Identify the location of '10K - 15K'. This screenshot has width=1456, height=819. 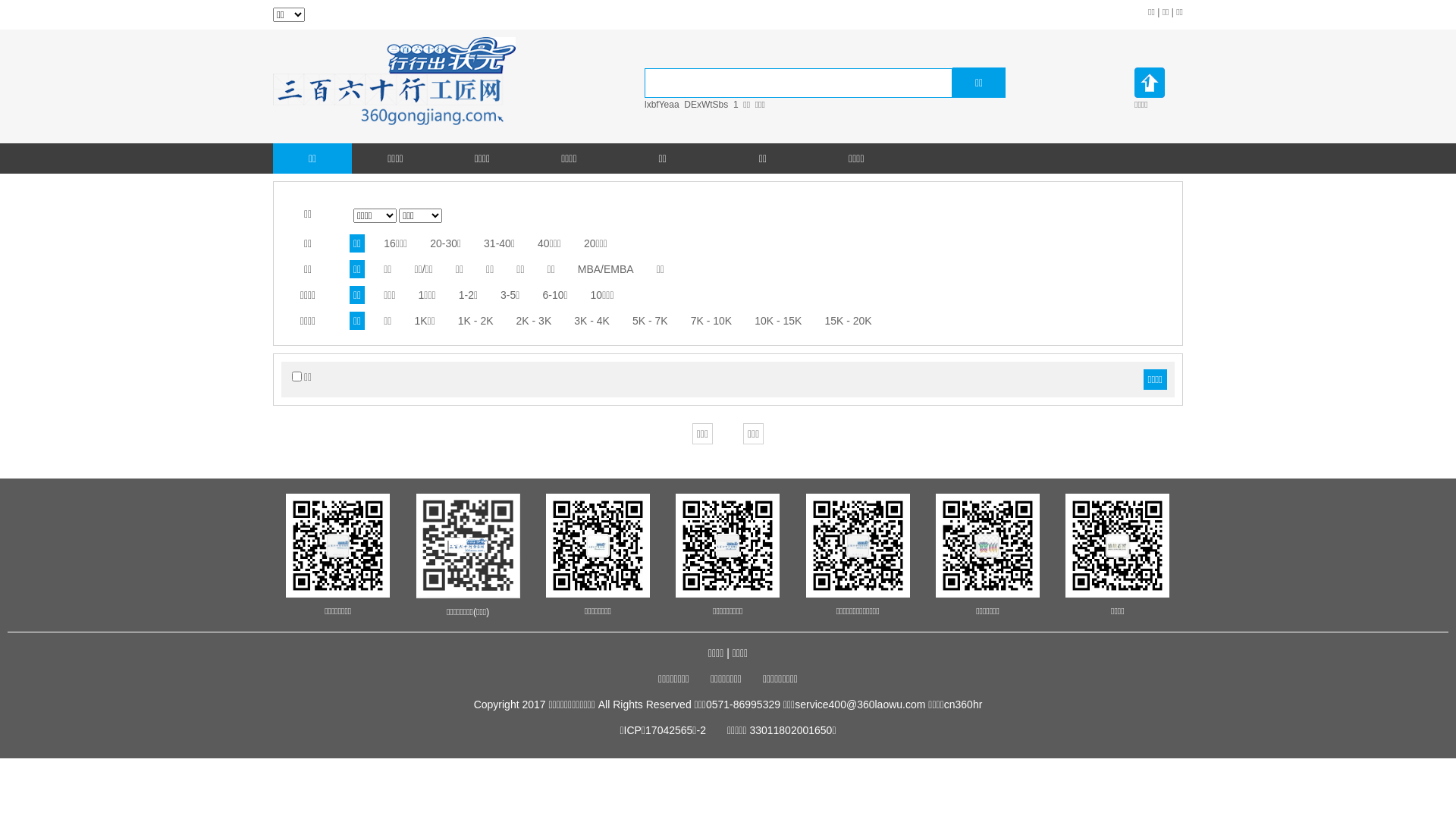
(754, 320).